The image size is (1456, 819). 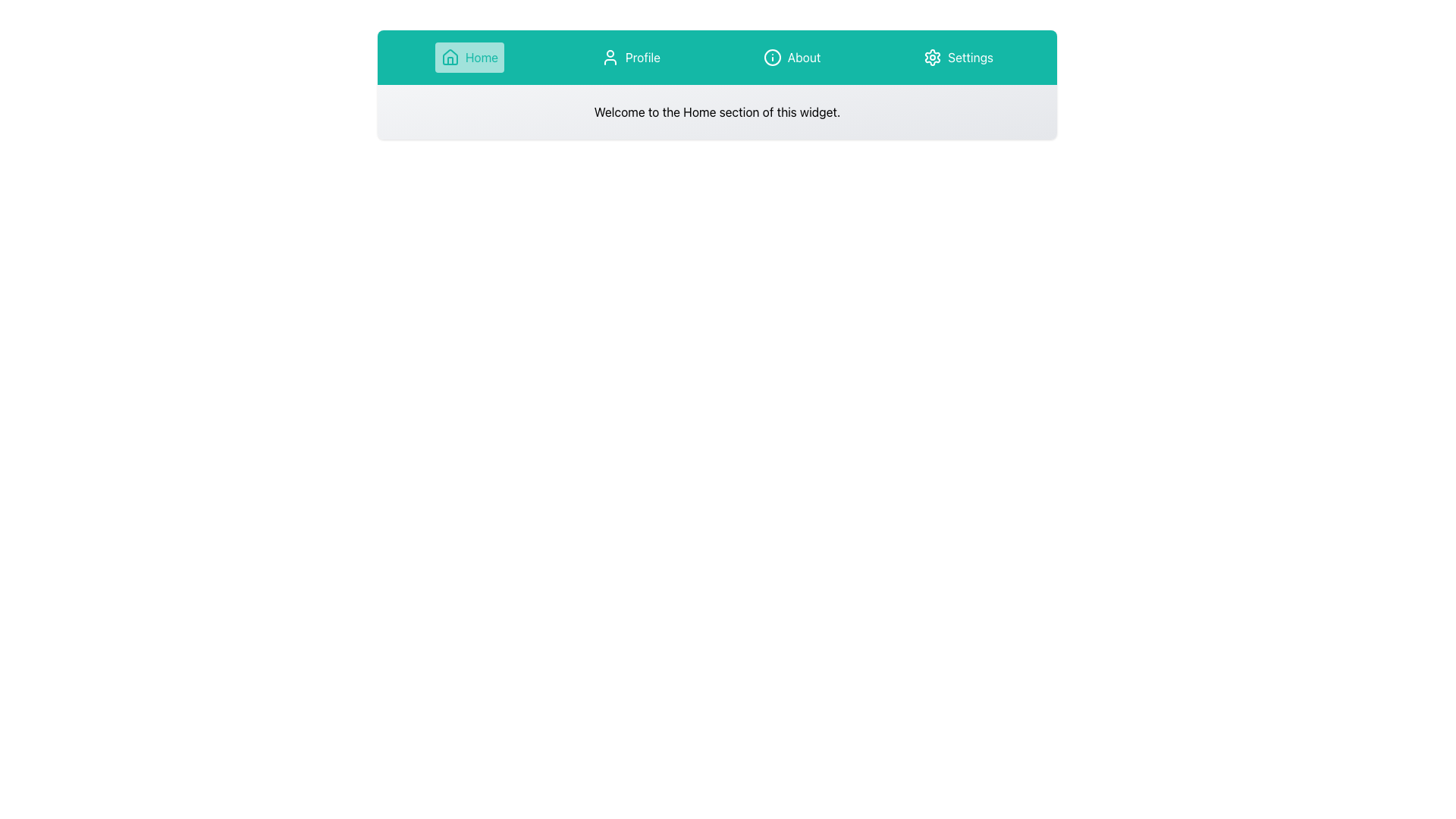 I want to click on the 'Home' text label, which is styled in teal and positioned at the end of the menu bar, following a house-shaped icon, so click(x=481, y=57).